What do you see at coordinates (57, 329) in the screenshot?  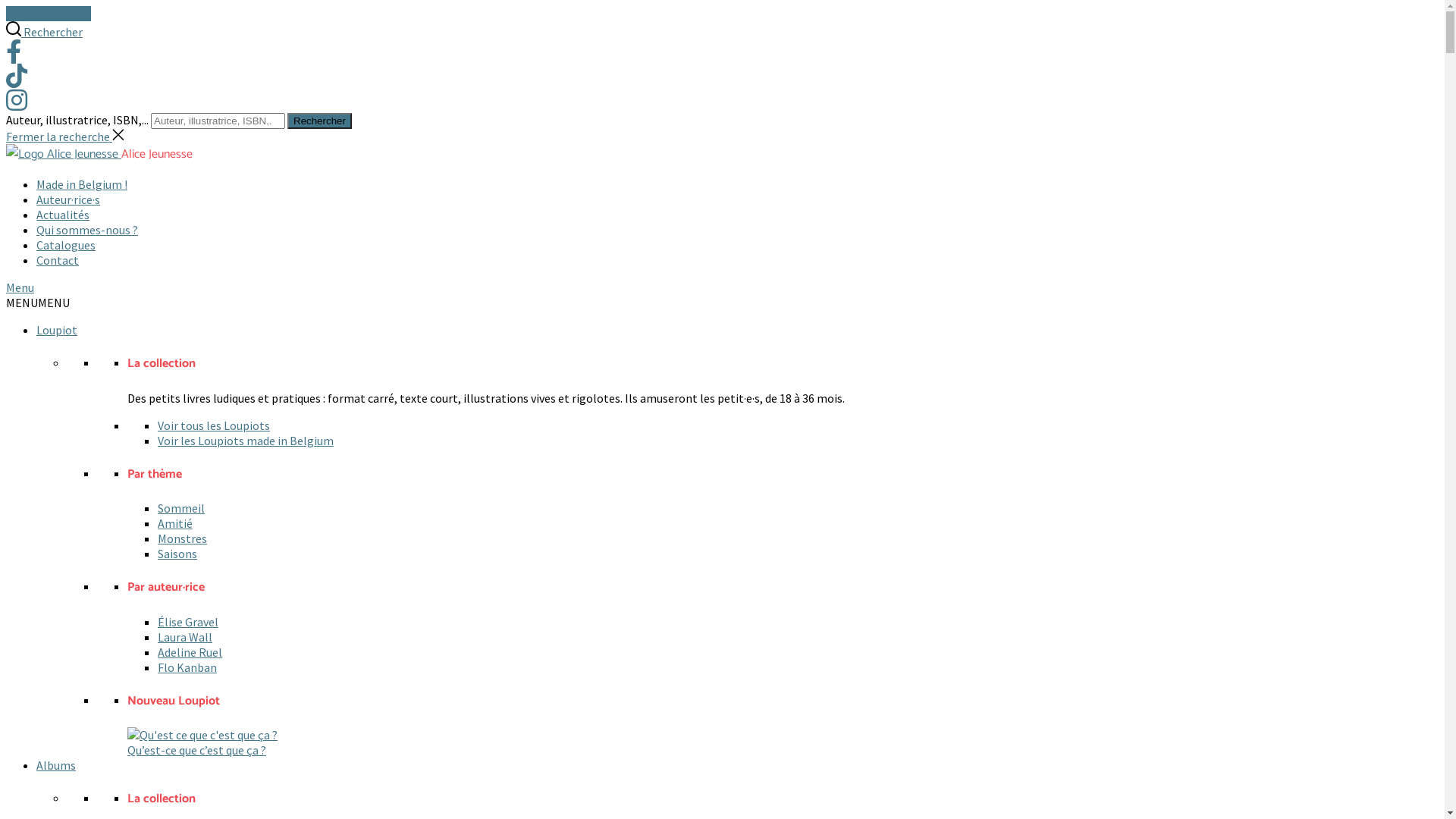 I see `'Loupiot'` at bounding box center [57, 329].